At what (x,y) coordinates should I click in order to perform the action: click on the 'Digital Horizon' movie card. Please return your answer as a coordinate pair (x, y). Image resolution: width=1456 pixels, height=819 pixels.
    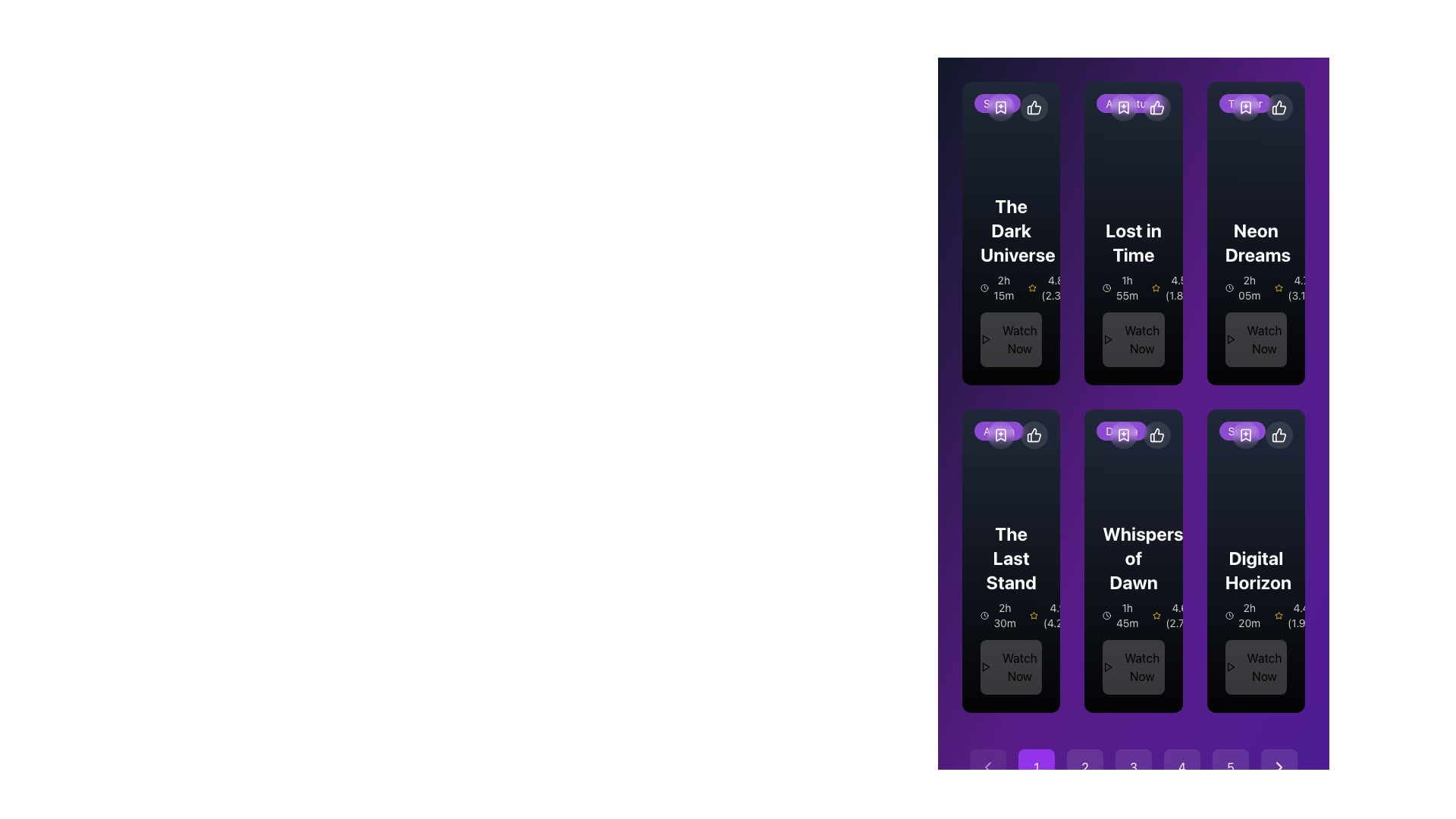
    Looking at the image, I should click on (1256, 561).